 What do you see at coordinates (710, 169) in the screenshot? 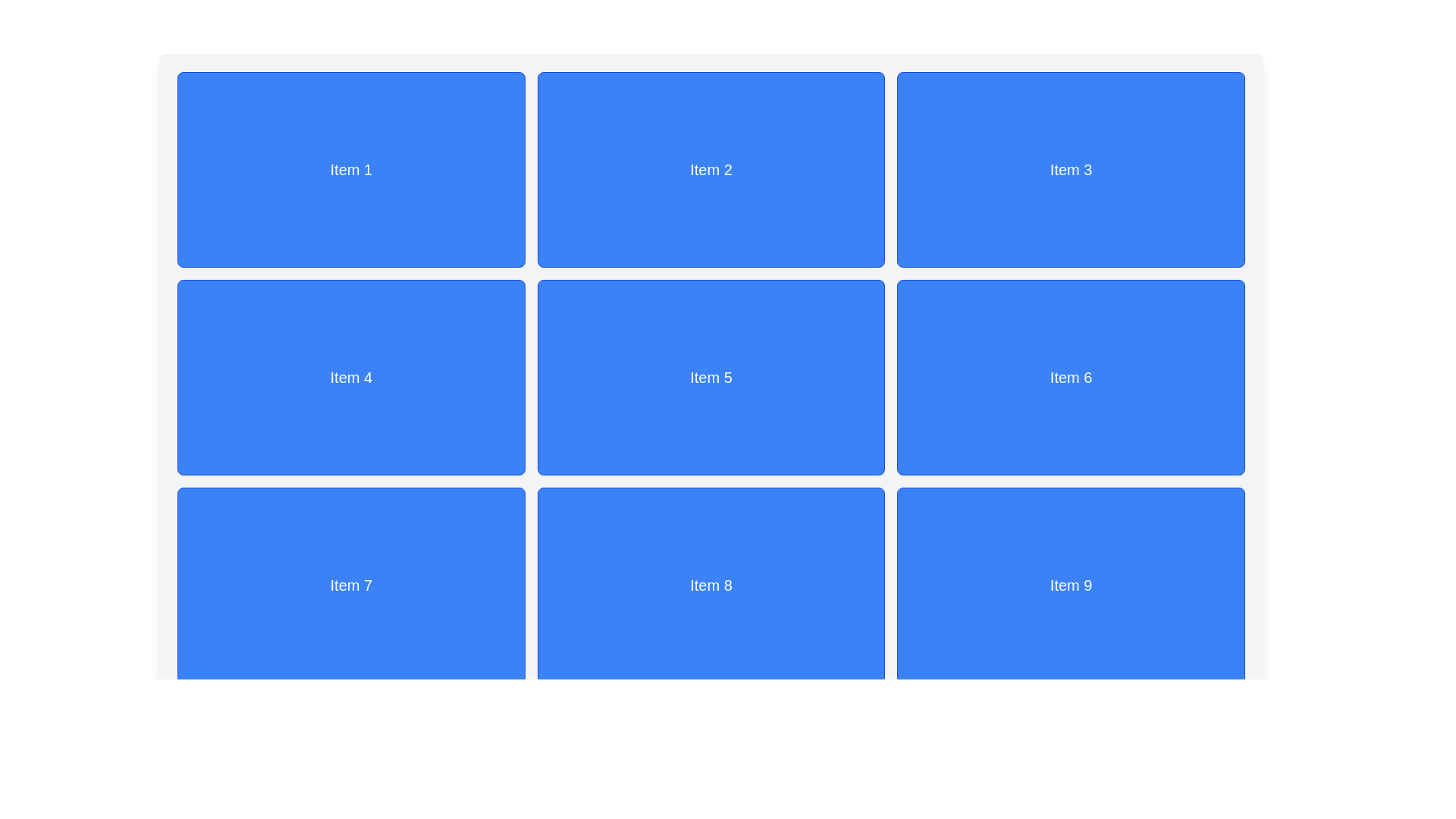
I see `the blue rectangular box with rounded corners that contains the centered white text 'Item 2'` at bounding box center [710, 169].